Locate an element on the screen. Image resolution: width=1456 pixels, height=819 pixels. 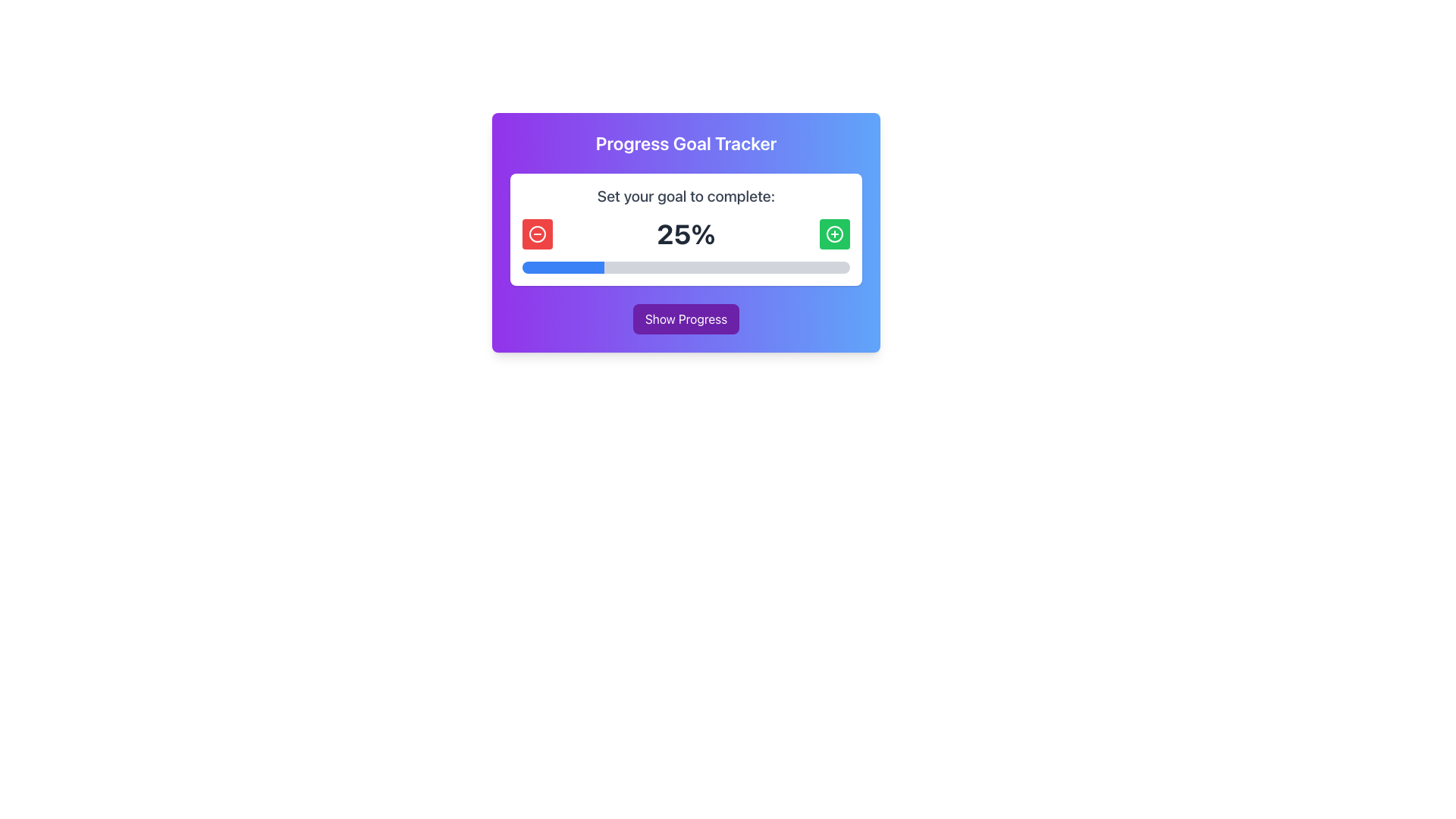
the decrease button on the left side of the progress bar within the 'Progress Goal Tracker' card is located at coordinates (538, 234).